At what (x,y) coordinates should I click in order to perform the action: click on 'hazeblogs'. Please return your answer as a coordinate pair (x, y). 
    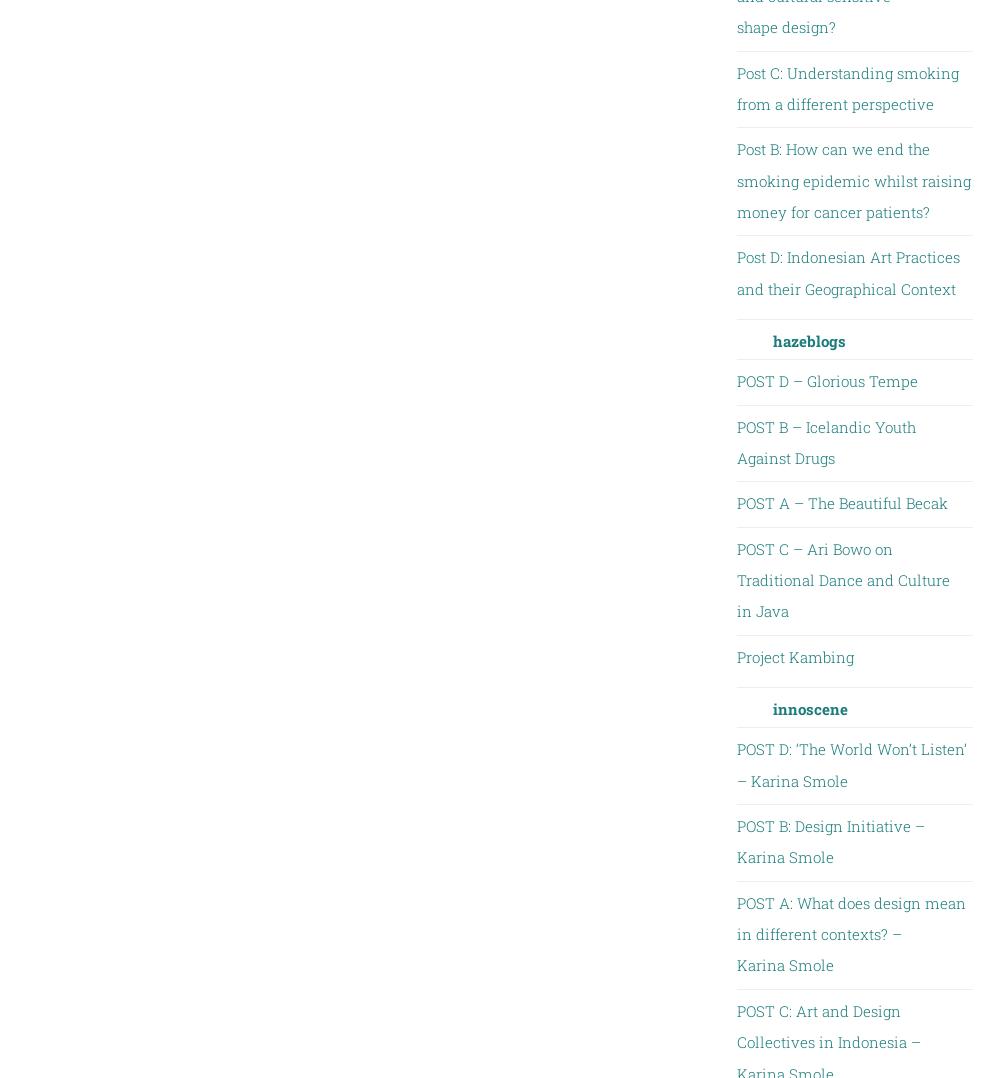
    Looking at the image, I should click on (772, 339).